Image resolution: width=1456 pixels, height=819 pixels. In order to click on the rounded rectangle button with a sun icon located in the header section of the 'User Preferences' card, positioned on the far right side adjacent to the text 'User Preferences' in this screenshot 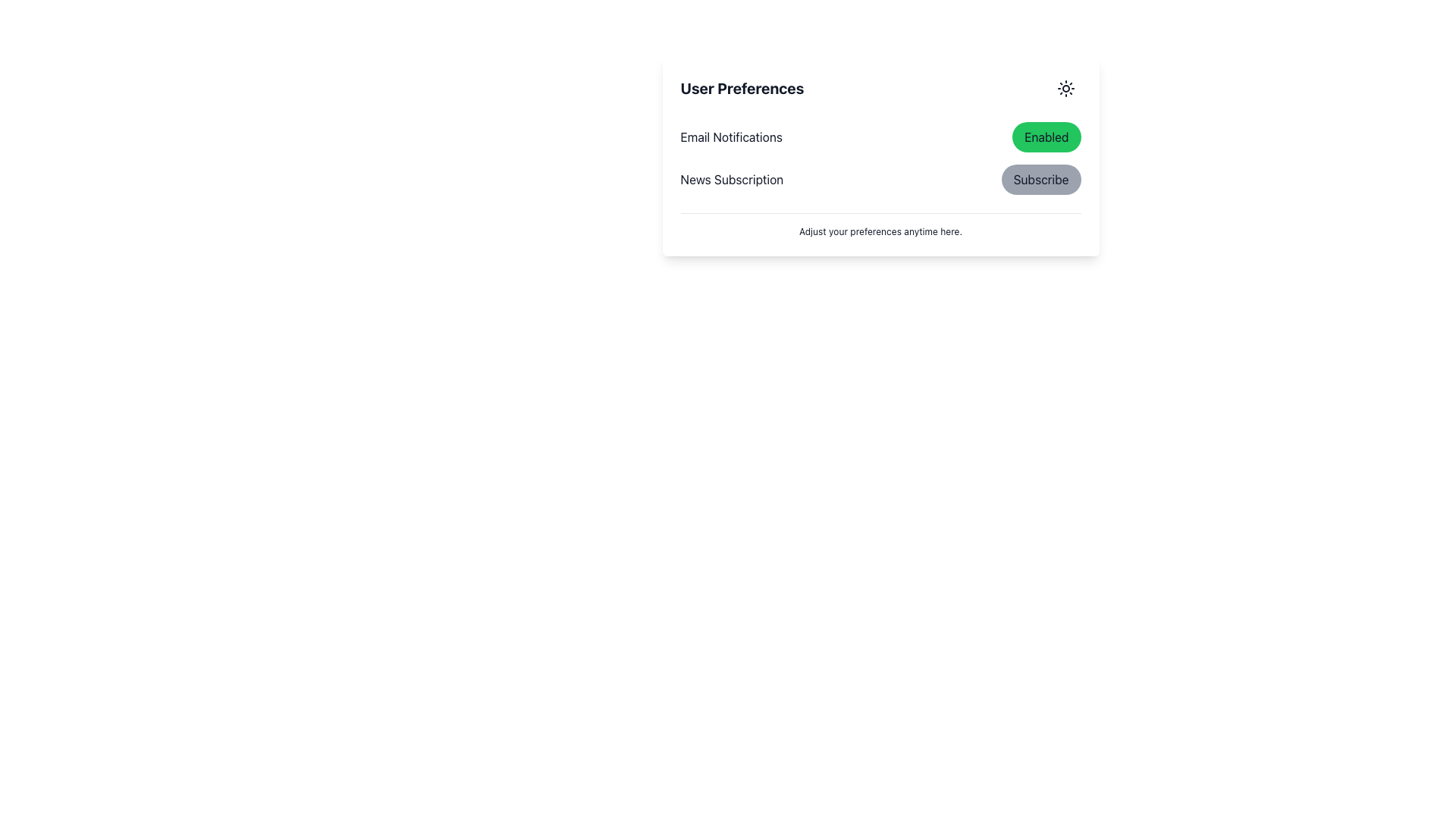, I will do `click(1065, 88)`.